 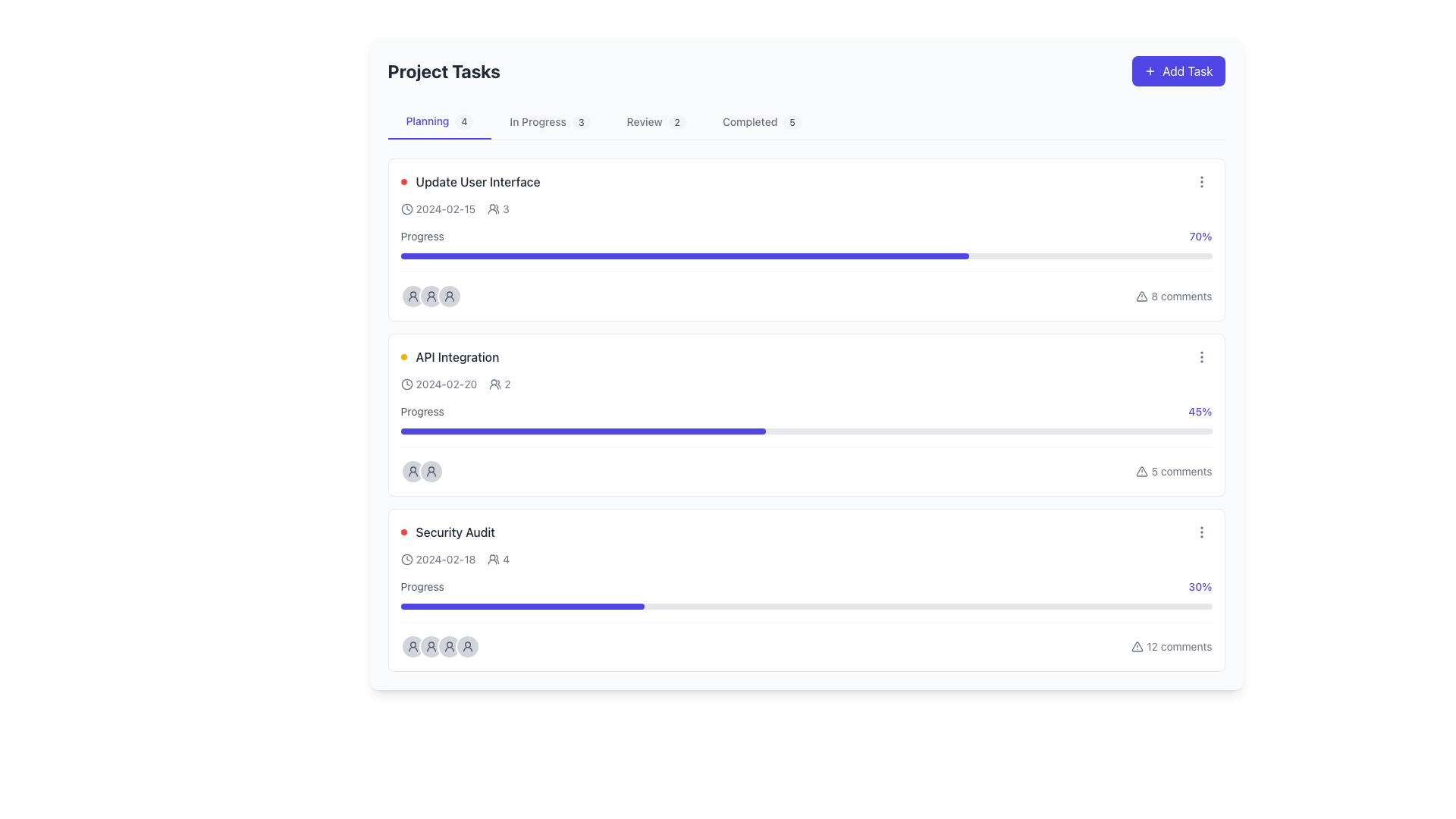 I want to click on the blue rounded progress bar segment indicating percentage completion within the 'Security Audit' task card for potential interaction, so click(x=522, y=605).